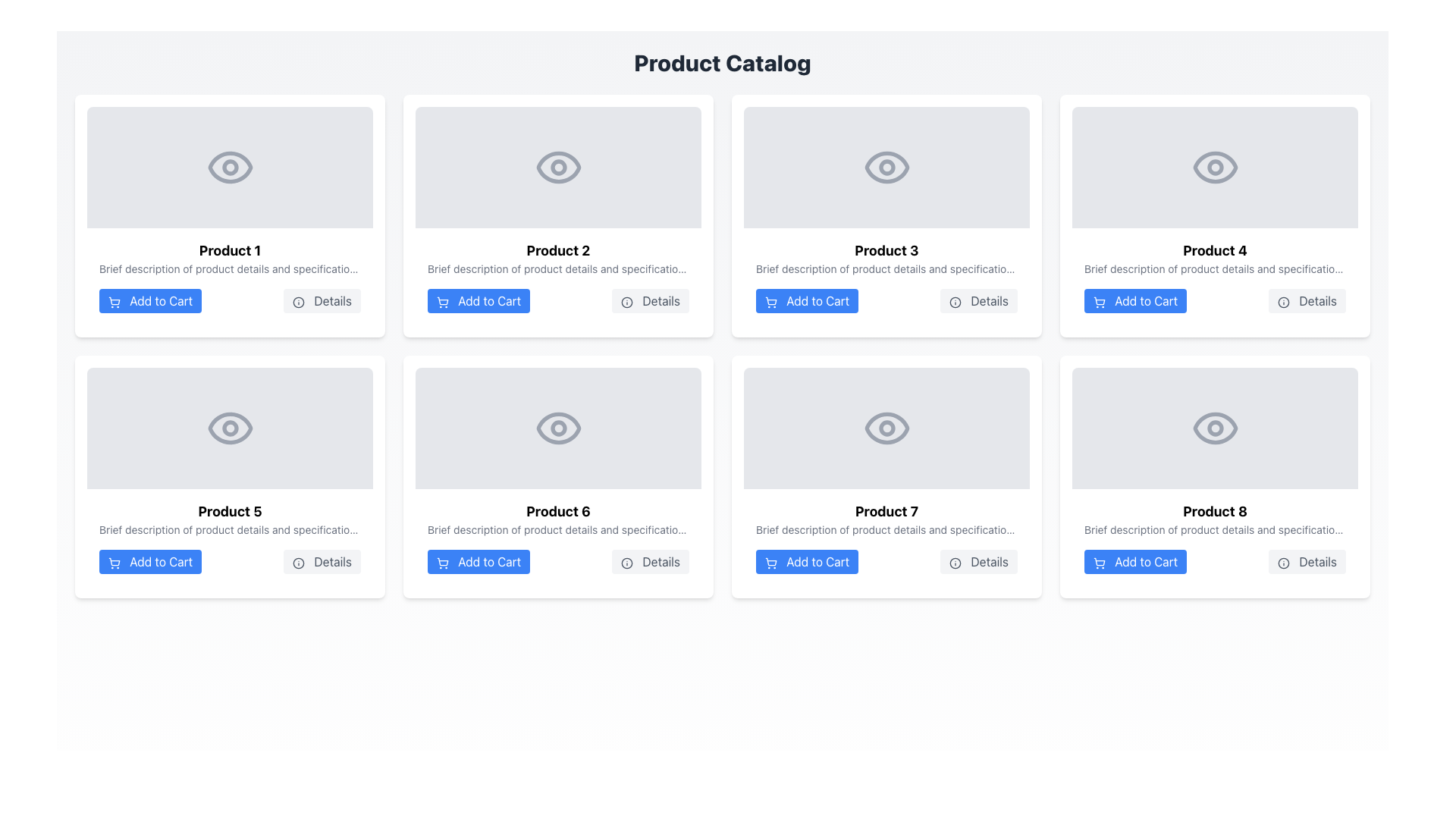  What do you see at coordinates (886, 250) in the screenshot?
I see `text from the product title label located at the top of the product catalog interface, which is centrally positioned in the grid layout` at bounding box center [886, 250].